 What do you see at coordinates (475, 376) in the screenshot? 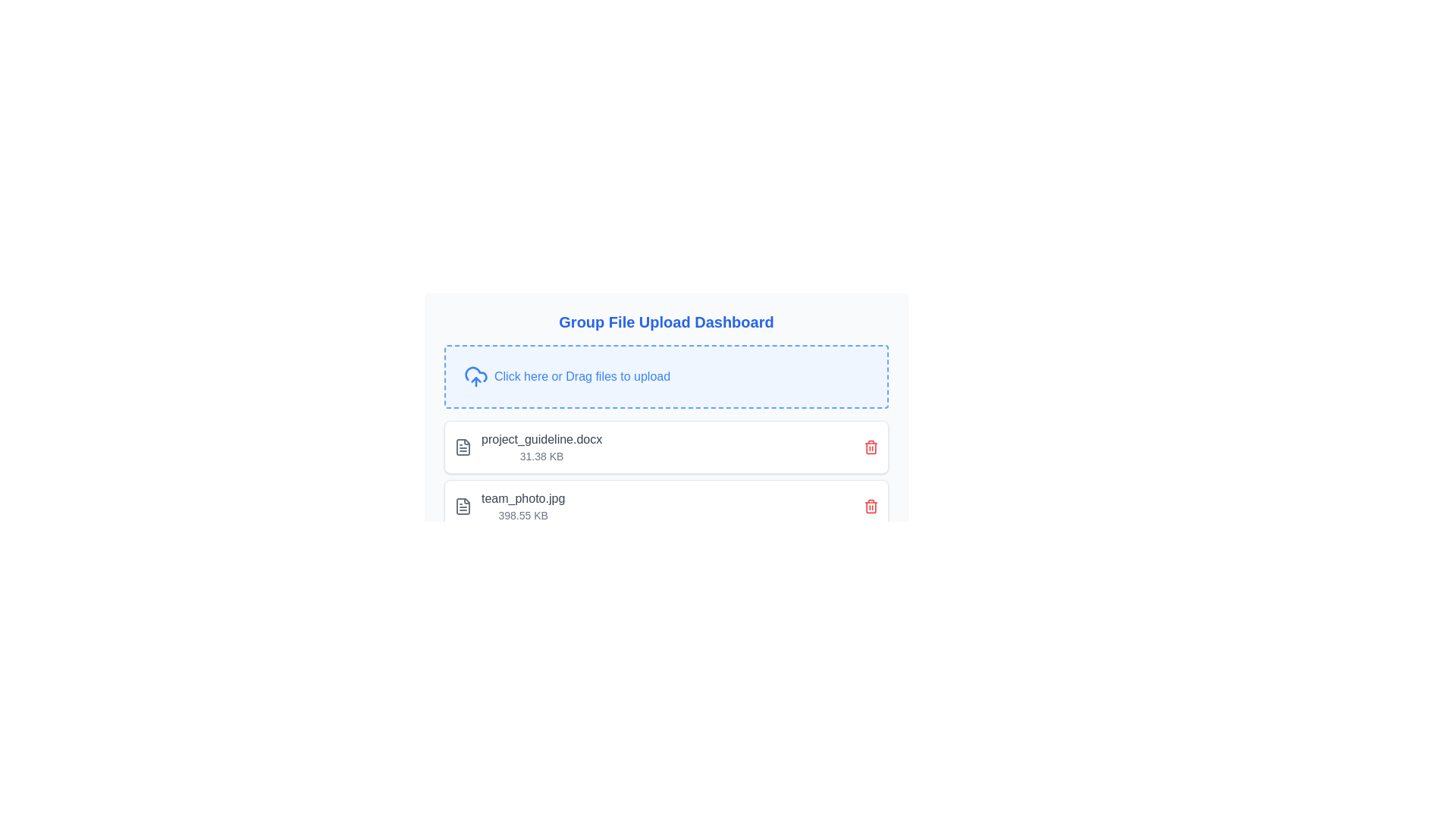
I see `the blue cloud upload icon located to the left of the text 'Click here or Drag files to upload' in the upload section of the dashboard` at bounding box center [475, 376].